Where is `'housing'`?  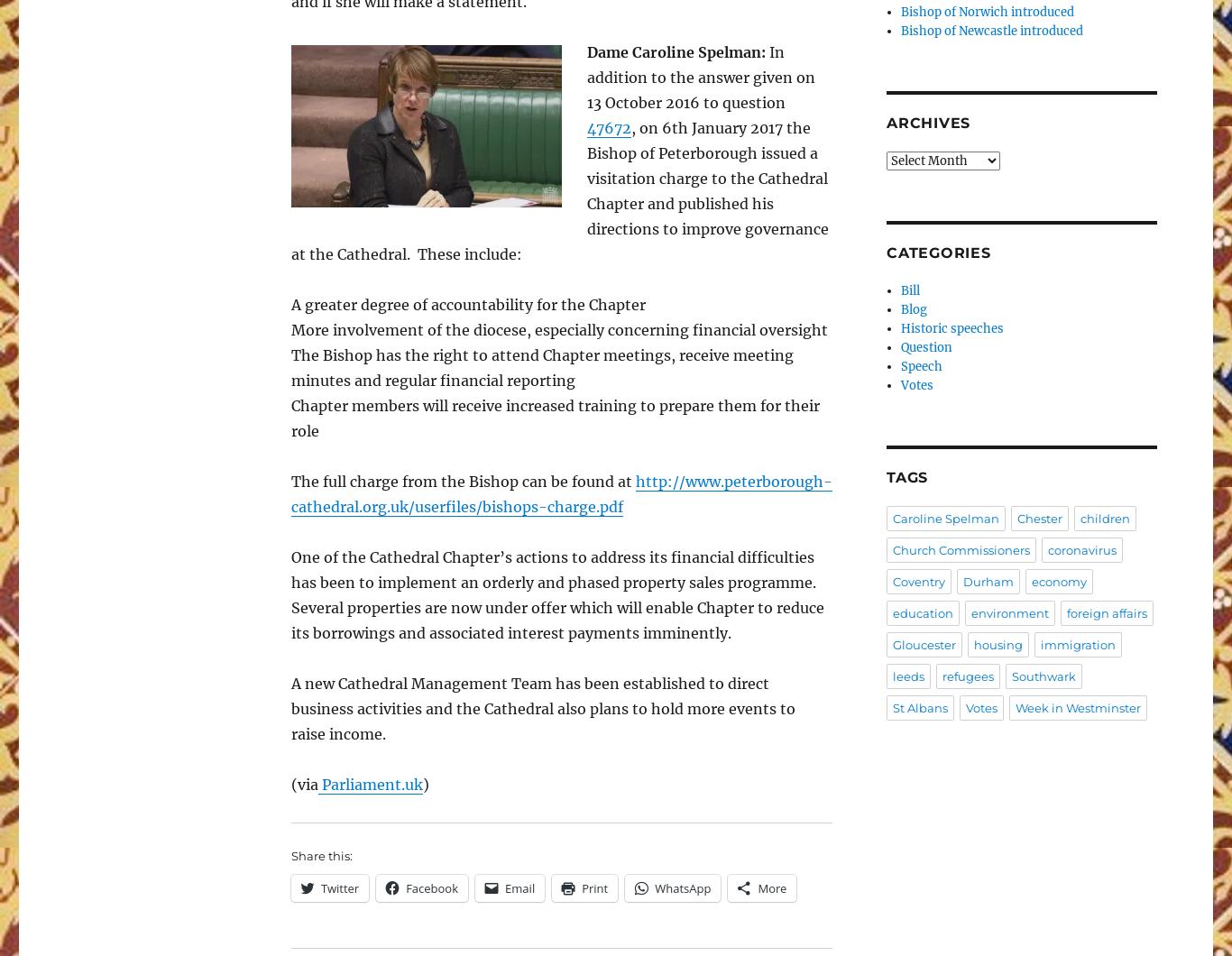
'housing' is located at coordinates (998, 643).